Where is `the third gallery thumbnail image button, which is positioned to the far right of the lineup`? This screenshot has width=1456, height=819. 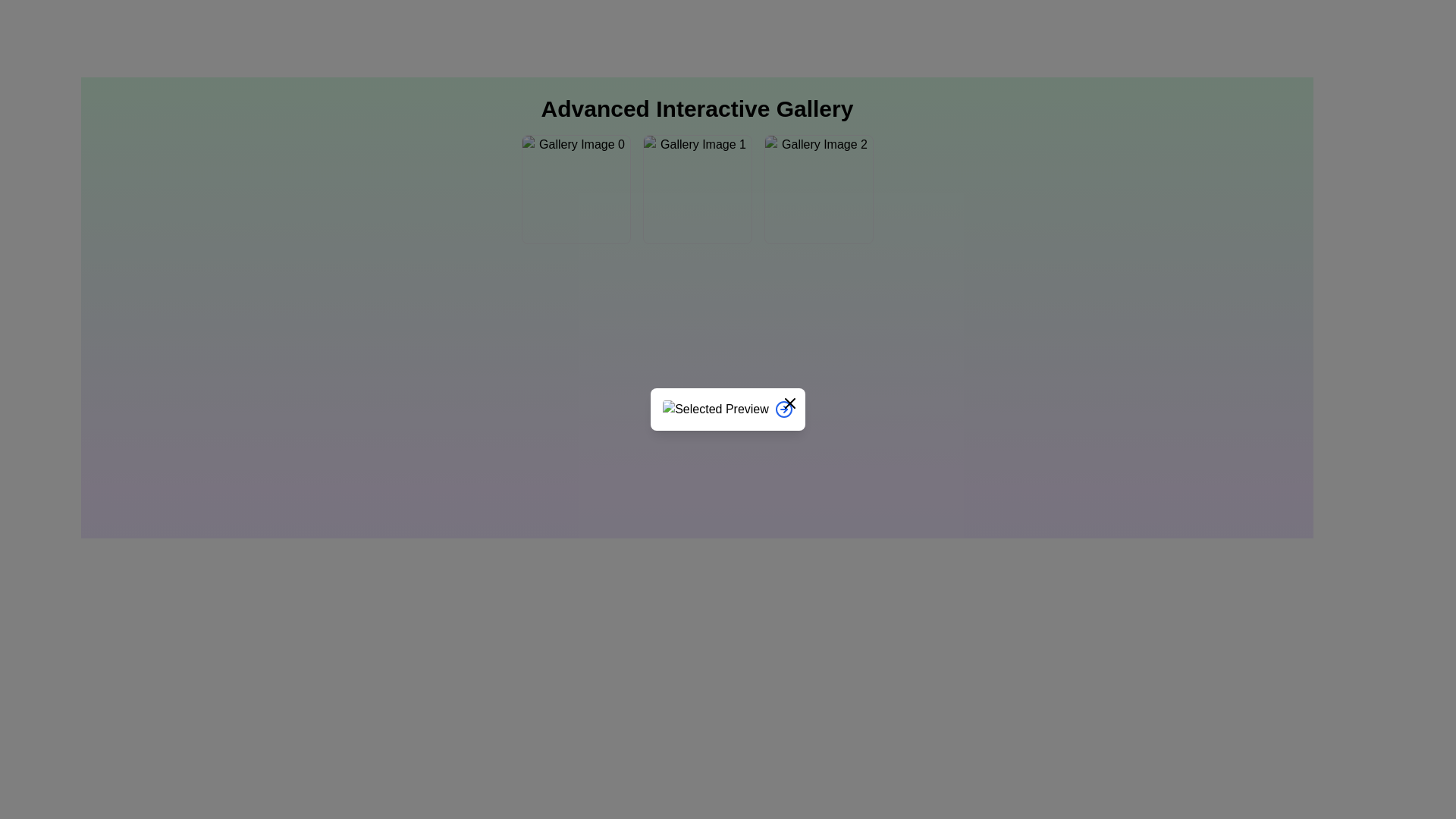
the third gallery thumbnail image button, which is positioned to the far right of the lineup is located at coordinates (817, 189).